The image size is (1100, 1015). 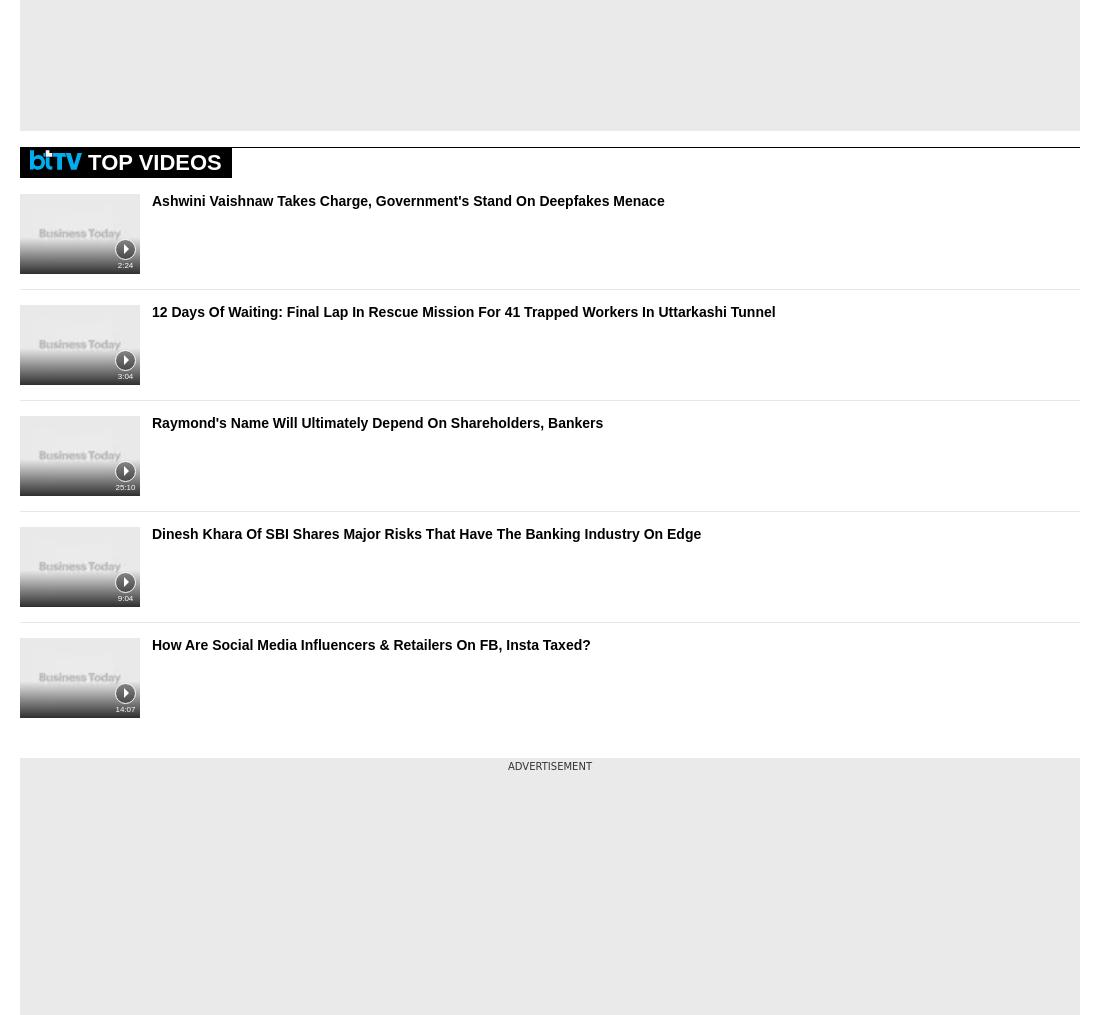 What do you see at coordinates (462, 309) in the screenshot?
I see `'12 Days Of Waiting: Final Lap In Rescue Mission For 41 Trapped Workers In Uttarkashi Tunnel'` at bounding box center [462, 309].